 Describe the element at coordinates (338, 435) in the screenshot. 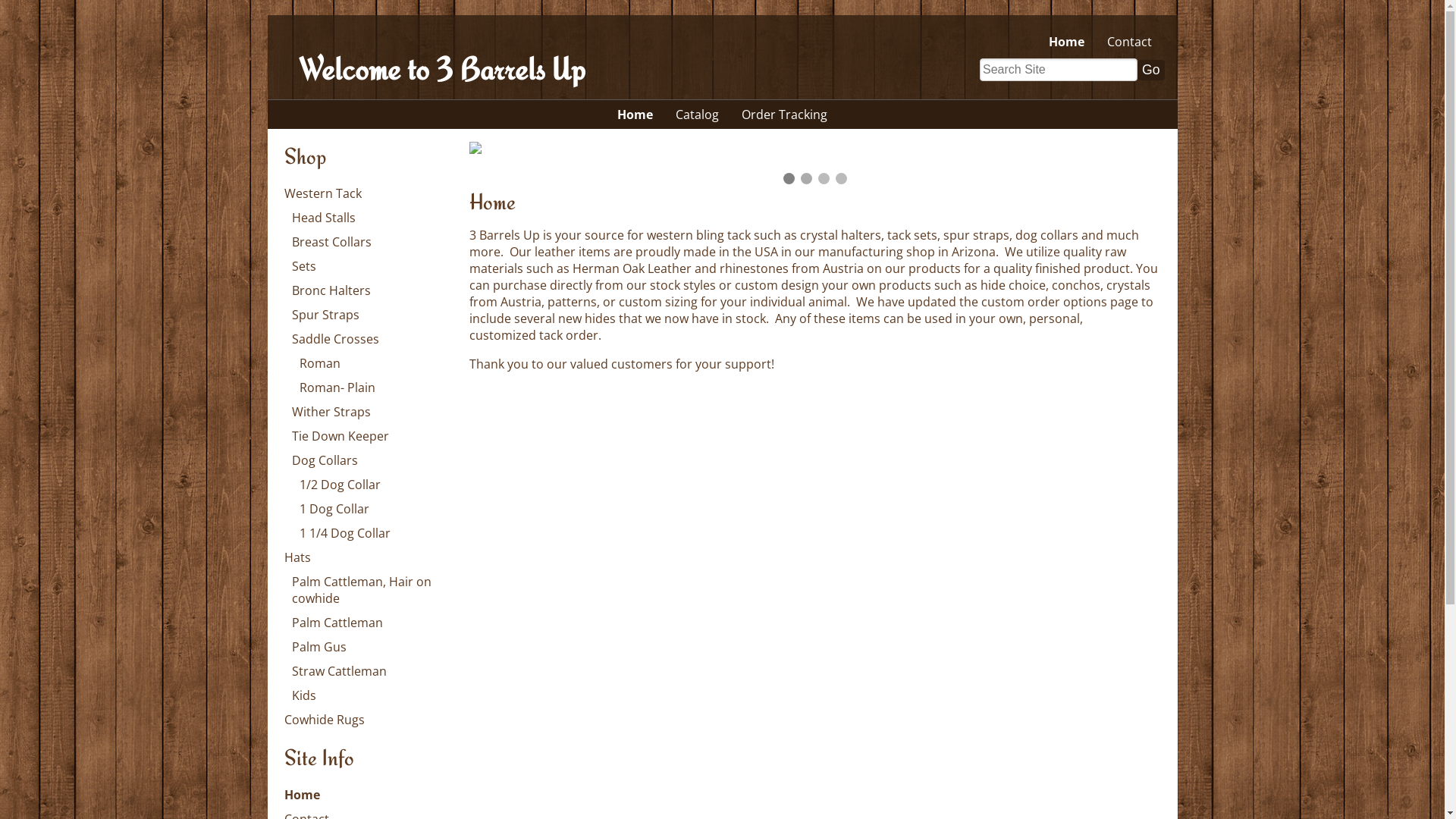

I see `'Tie Down Keeper'` at that location.